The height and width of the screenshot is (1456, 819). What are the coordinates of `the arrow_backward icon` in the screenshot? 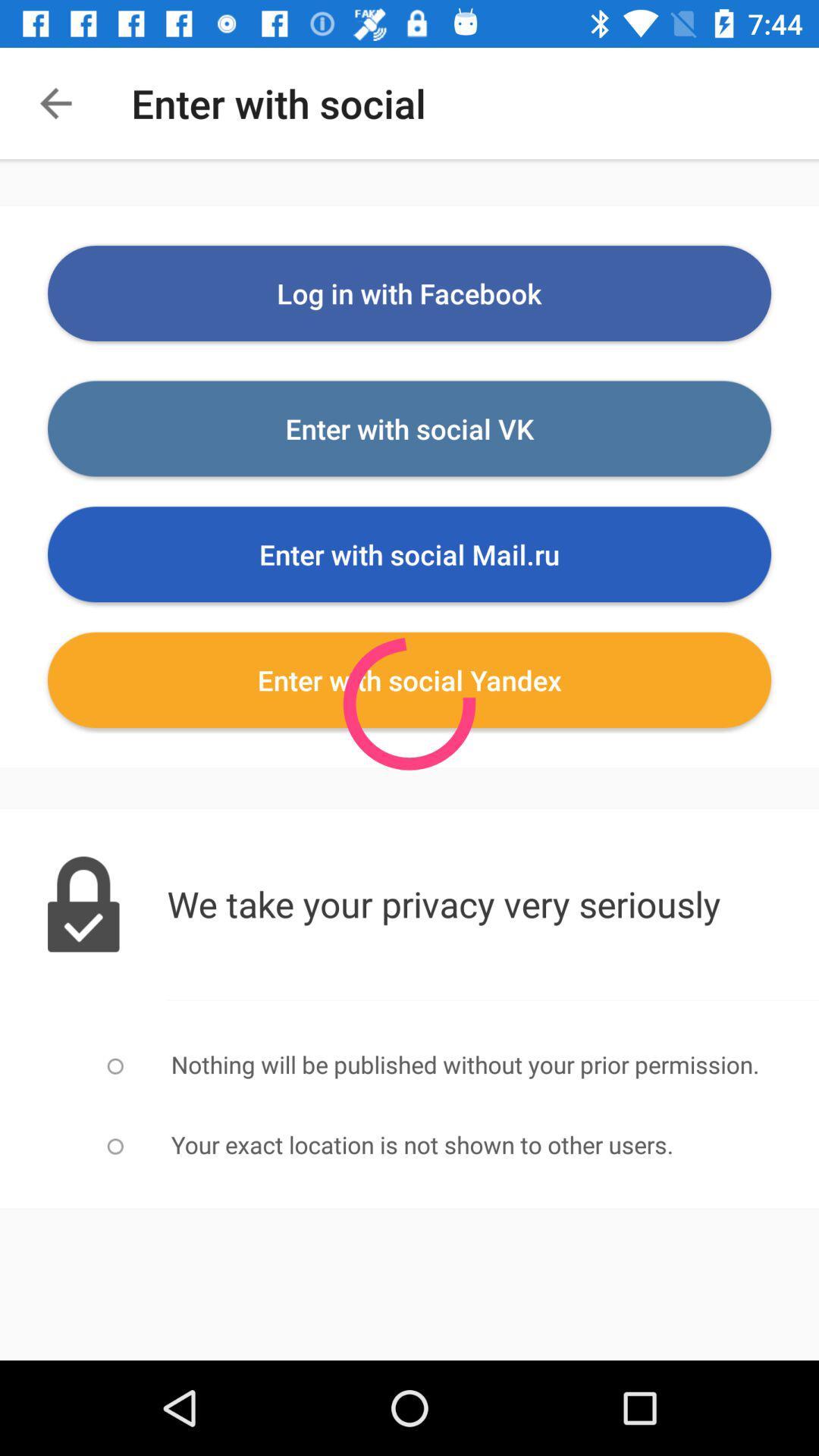 It's located at (55, 102).